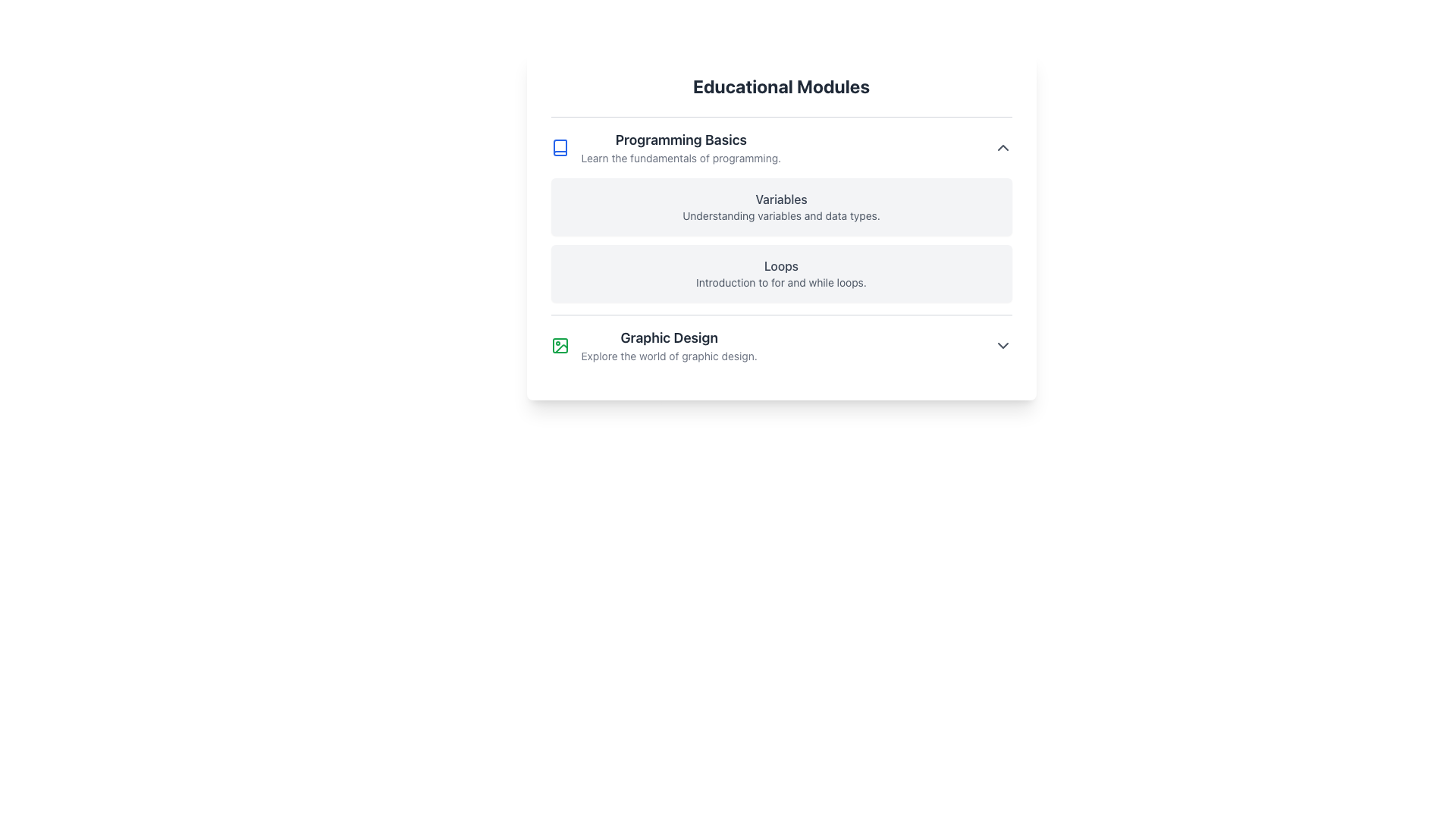 This screenshot has width=1456, height=819. Describe the element at coordinates (781, 265) in the screenshot. I see `the text label that serves as the title for the section titled 'Loops', which introduces the concept of loops in programming` at that location.